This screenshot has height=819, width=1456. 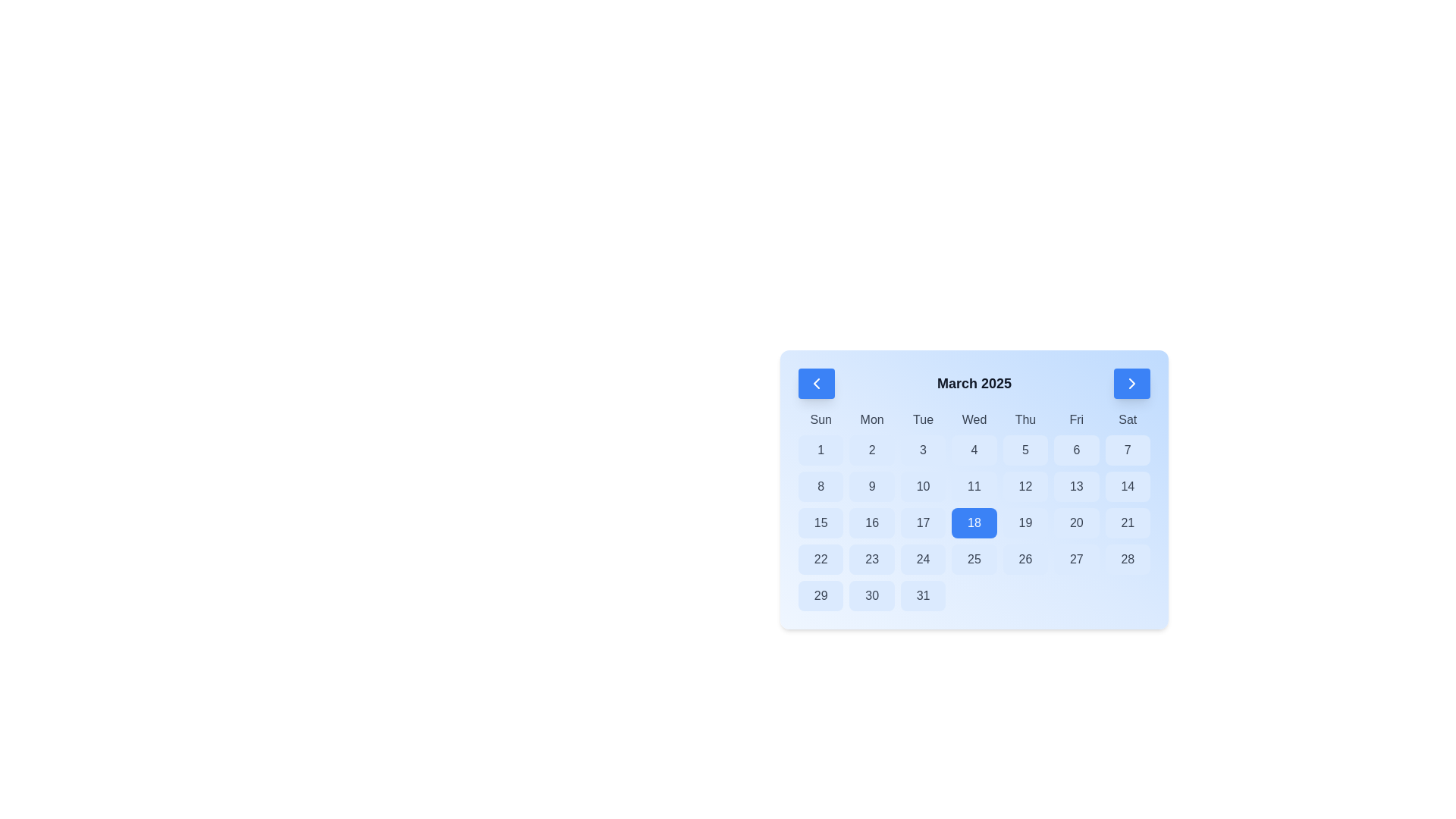 I want to click on the button labeled '30' with a light blue background in the calendar grid for March 2025, located under 'Sun' in the last row, so click(x=872, y=595).